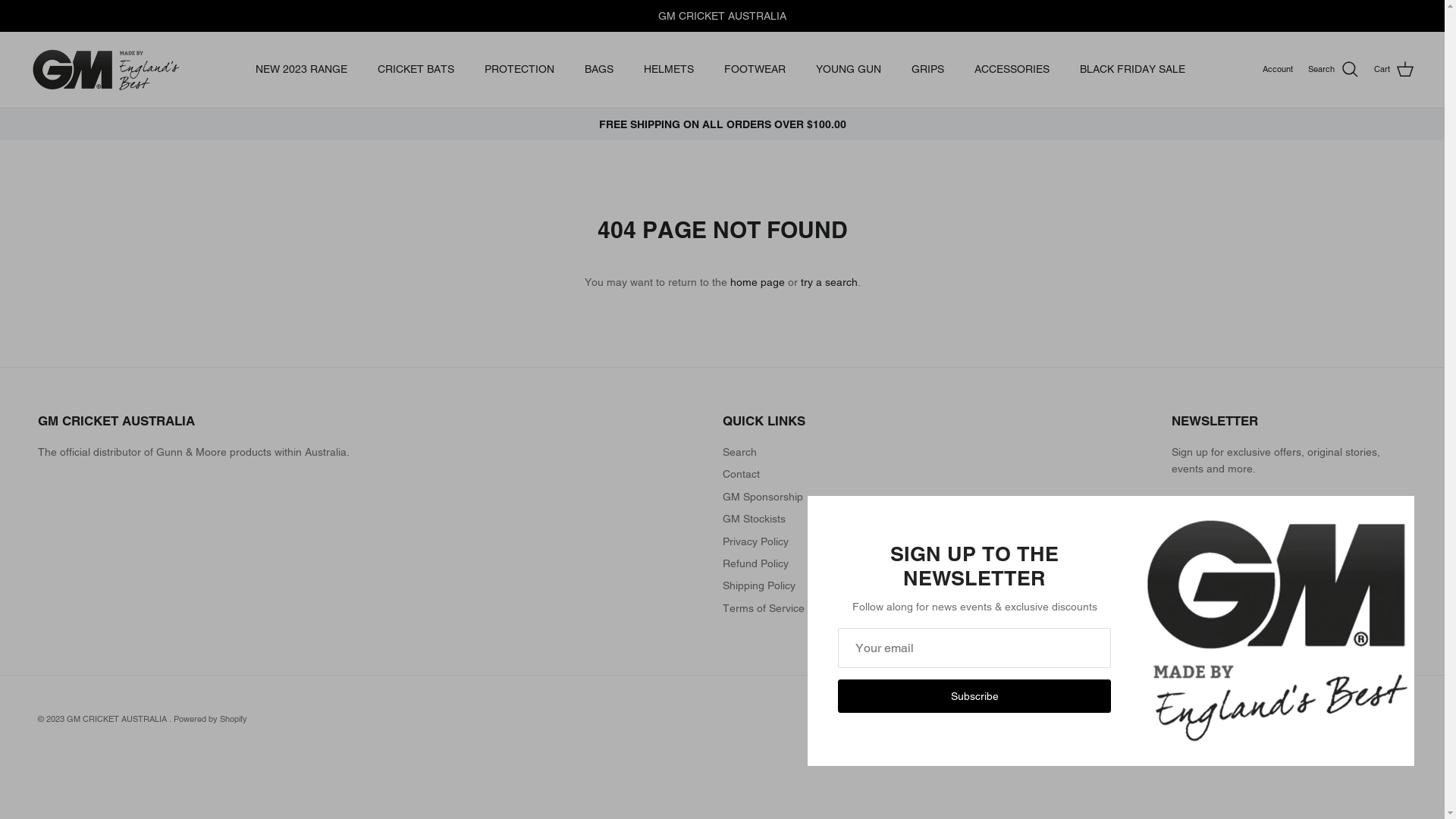  What do you see at coordinates (1012, 69) in the screenshot?
I see `'ACCESSORIES'` at bounding box center [1012, 69].